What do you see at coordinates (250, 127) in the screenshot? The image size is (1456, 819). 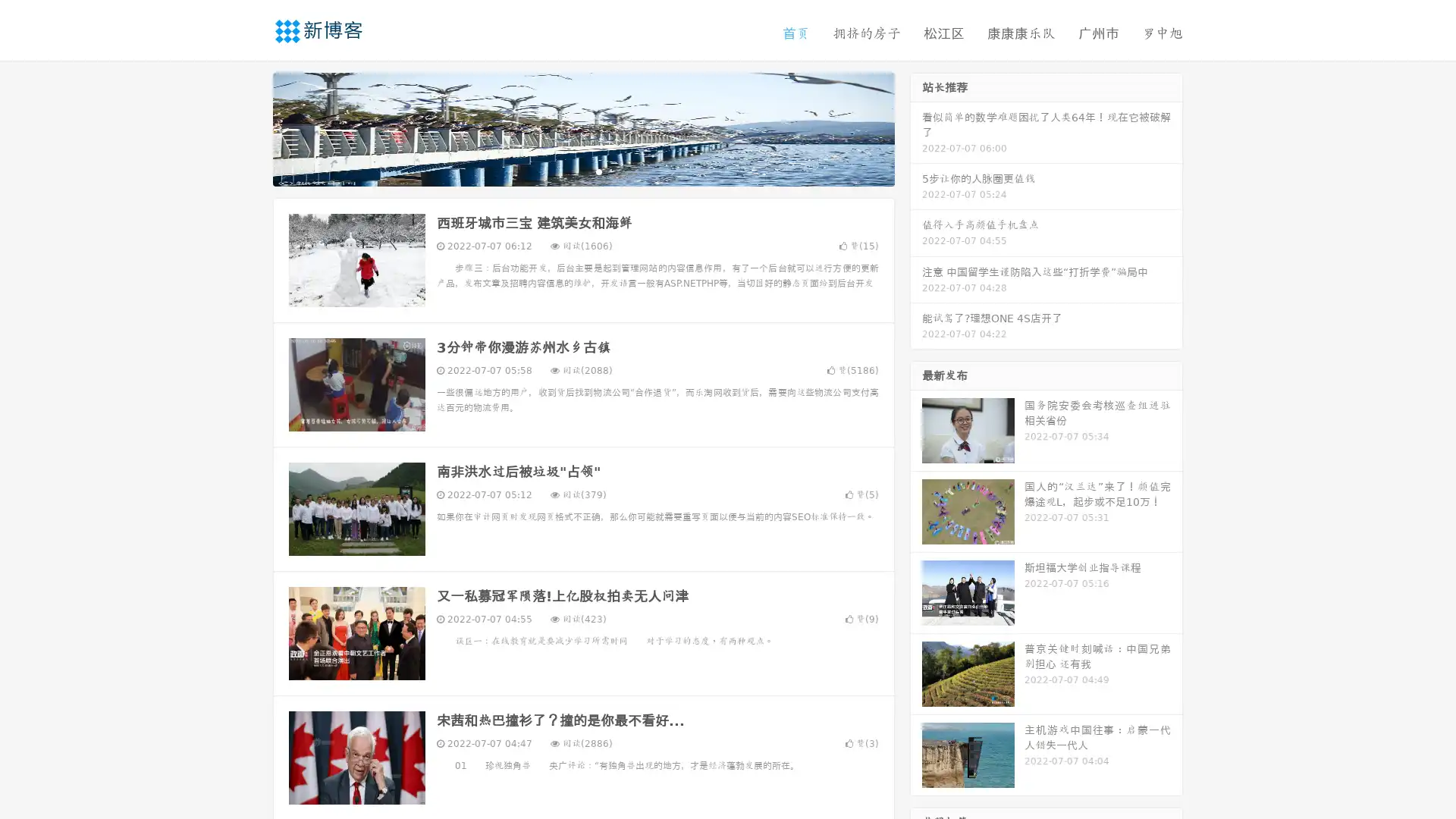 I see `Previous slide` at bounding box center [250, 127].